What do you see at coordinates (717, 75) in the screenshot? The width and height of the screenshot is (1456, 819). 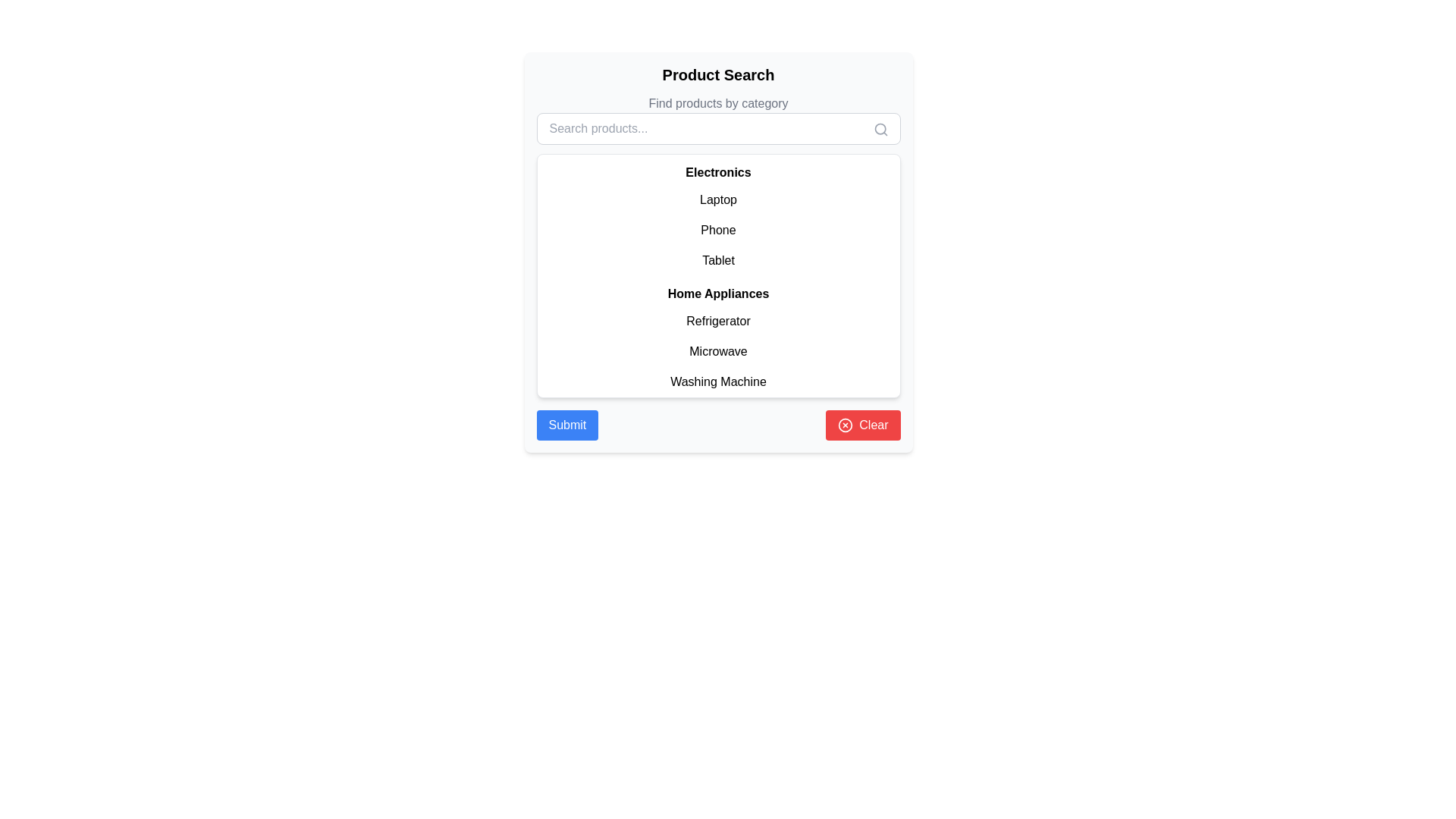 I see `the 'Product Search' header text, which is prominently displayed in a bold and larger font at the top-center of the interface` at bounding box center [717, 75].